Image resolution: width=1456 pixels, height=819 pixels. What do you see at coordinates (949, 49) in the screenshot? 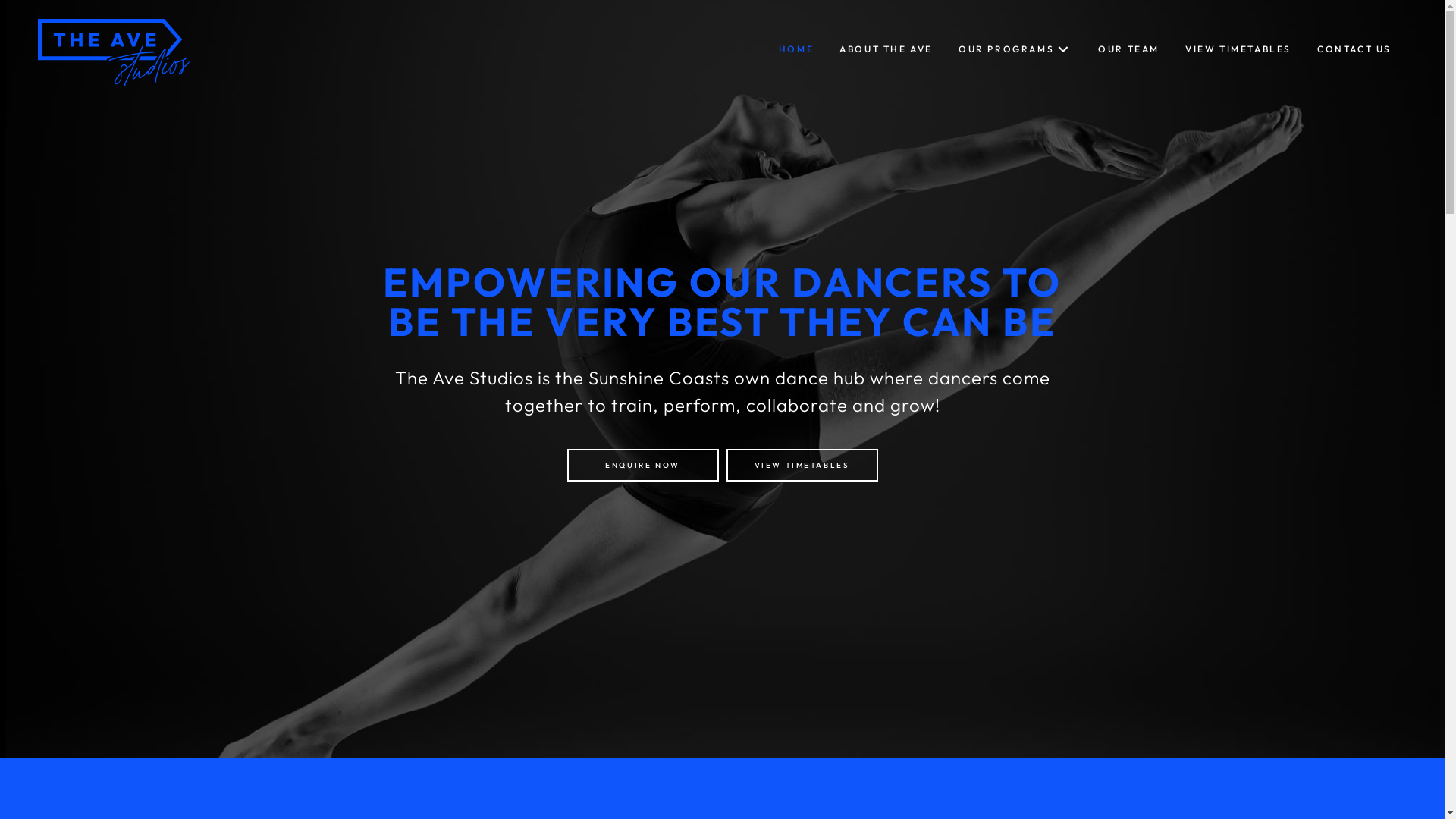
I see `'OUR PROGRAMS'` at bounding box center [949, 49].